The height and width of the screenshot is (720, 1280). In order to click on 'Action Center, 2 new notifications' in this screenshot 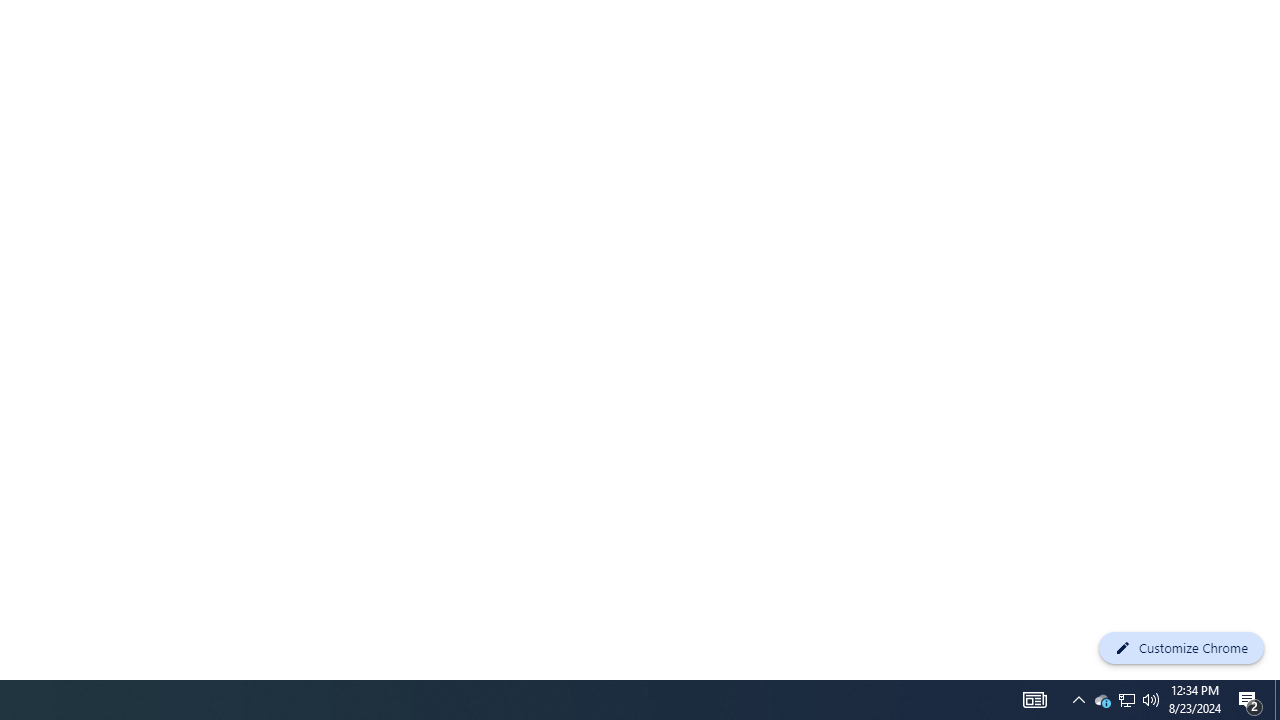, I will do `click(1250, 698)`.